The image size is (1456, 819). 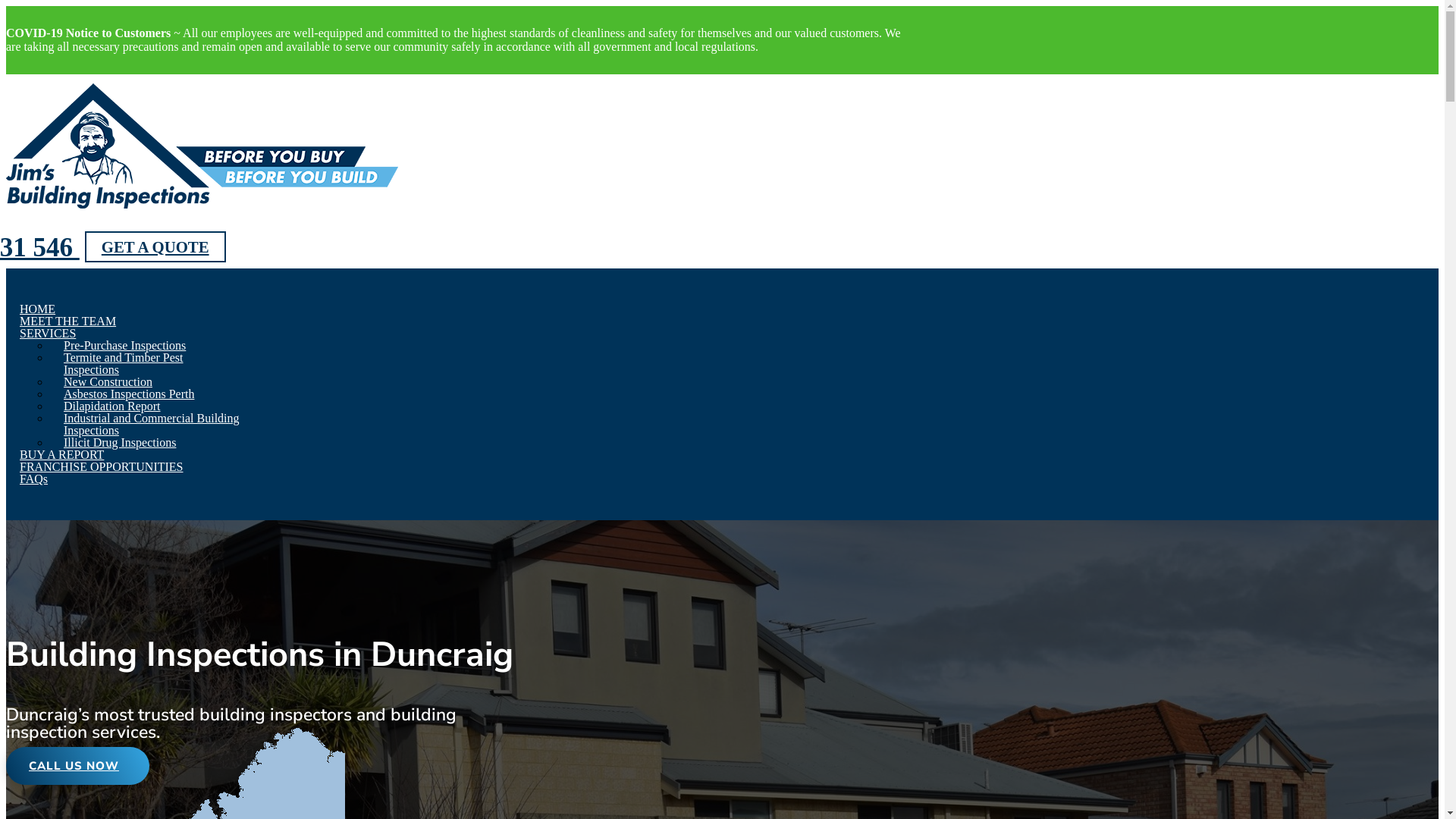 I want to click on 'CALL US NOW', so click(x=77, y=766).